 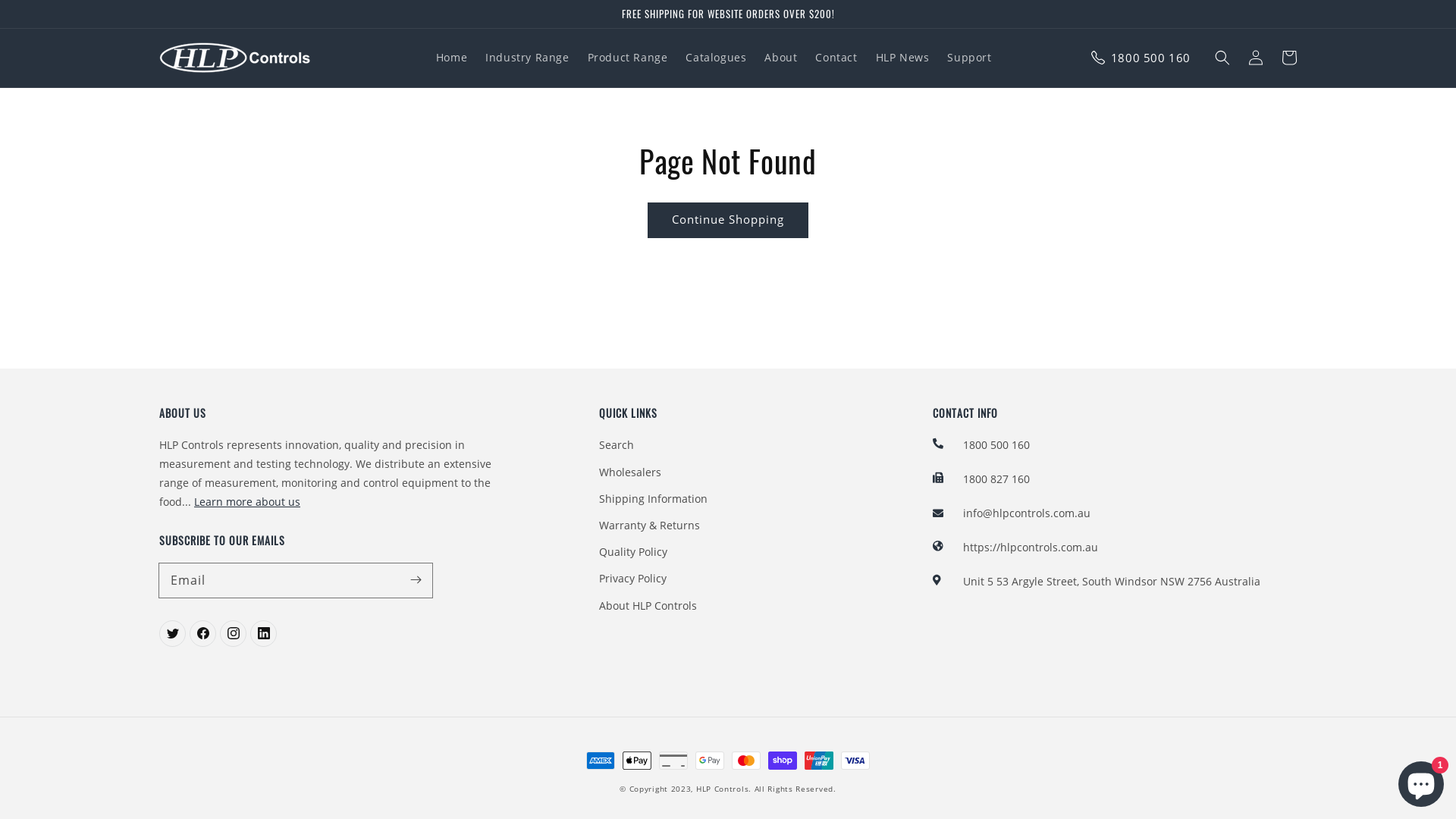 I want to click on 'Home', so click(x=450, y=57).